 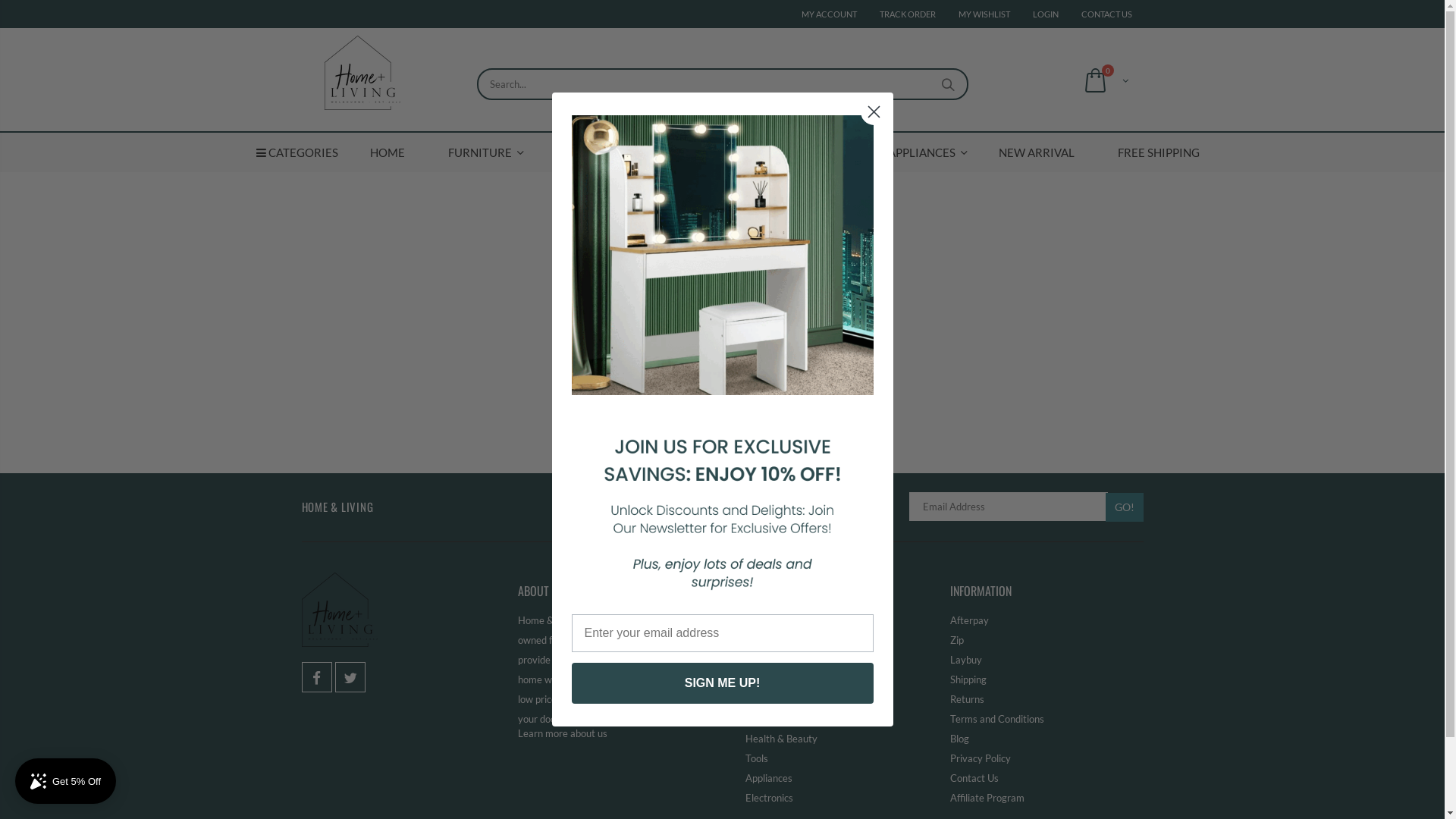 What do you see at coordinates (921, 152) in the screenshot?
I see `'APPLIANCES'` at bounding box center [921, 152].